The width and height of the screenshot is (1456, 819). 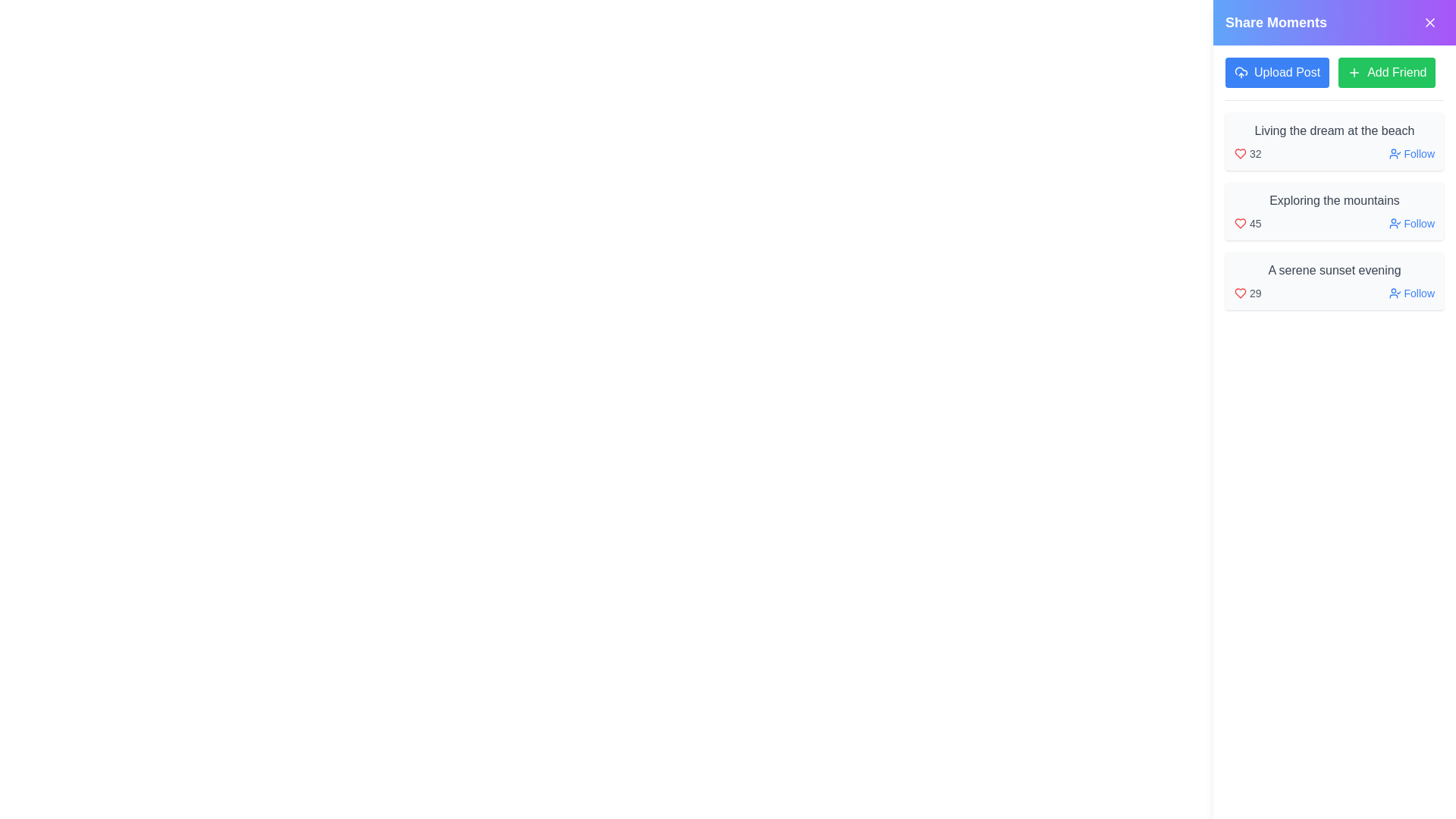 I want to click on the heart icon with a red stroke located in the right sidebar, next to the counter text '32', to express appreciation, so click(x=1241, y=154).